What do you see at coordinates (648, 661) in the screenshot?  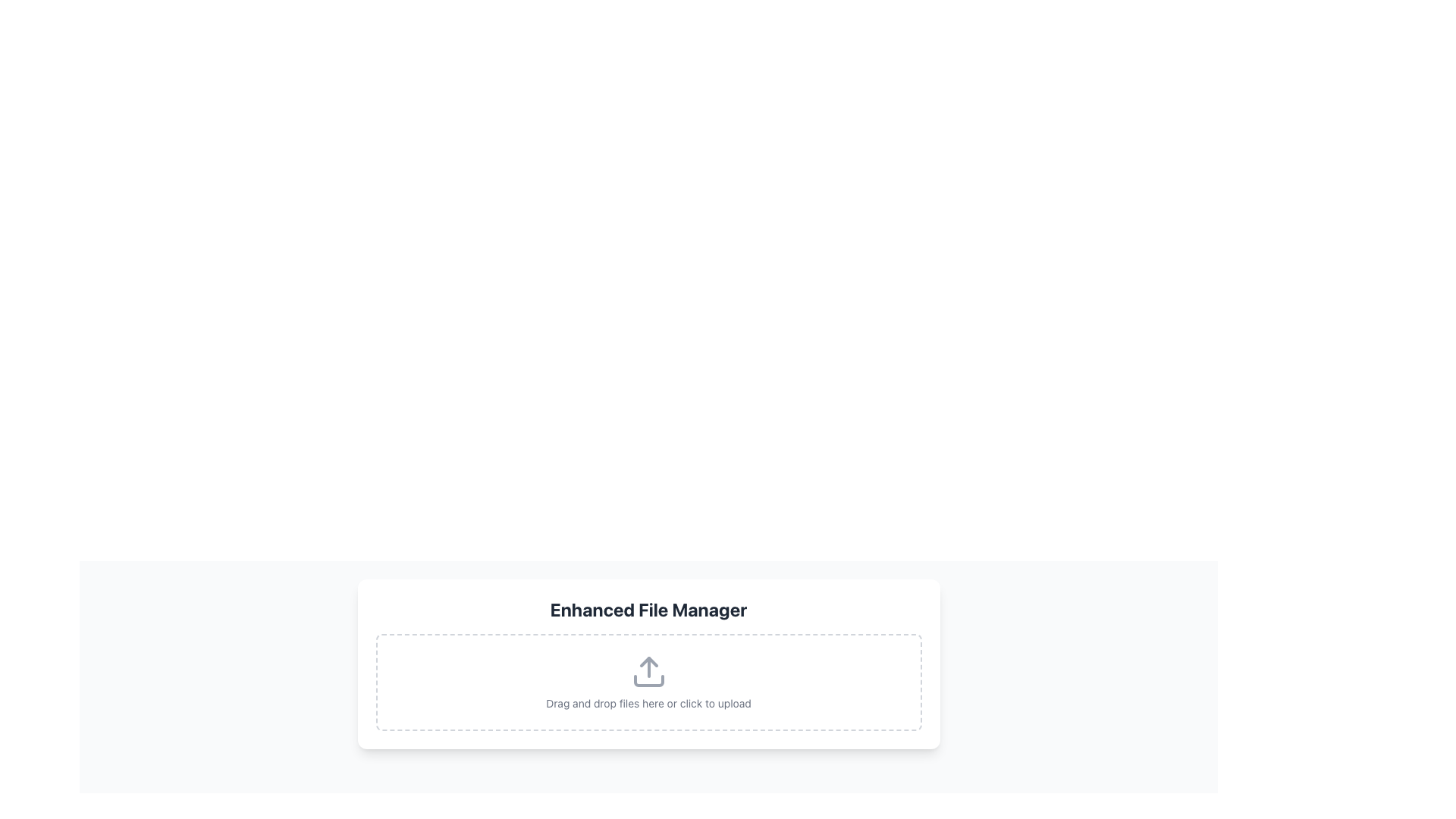 I see `the triangular SVG element with a gray border in the 'Enhanced File Manager' module` at bounding box center [648, 661].